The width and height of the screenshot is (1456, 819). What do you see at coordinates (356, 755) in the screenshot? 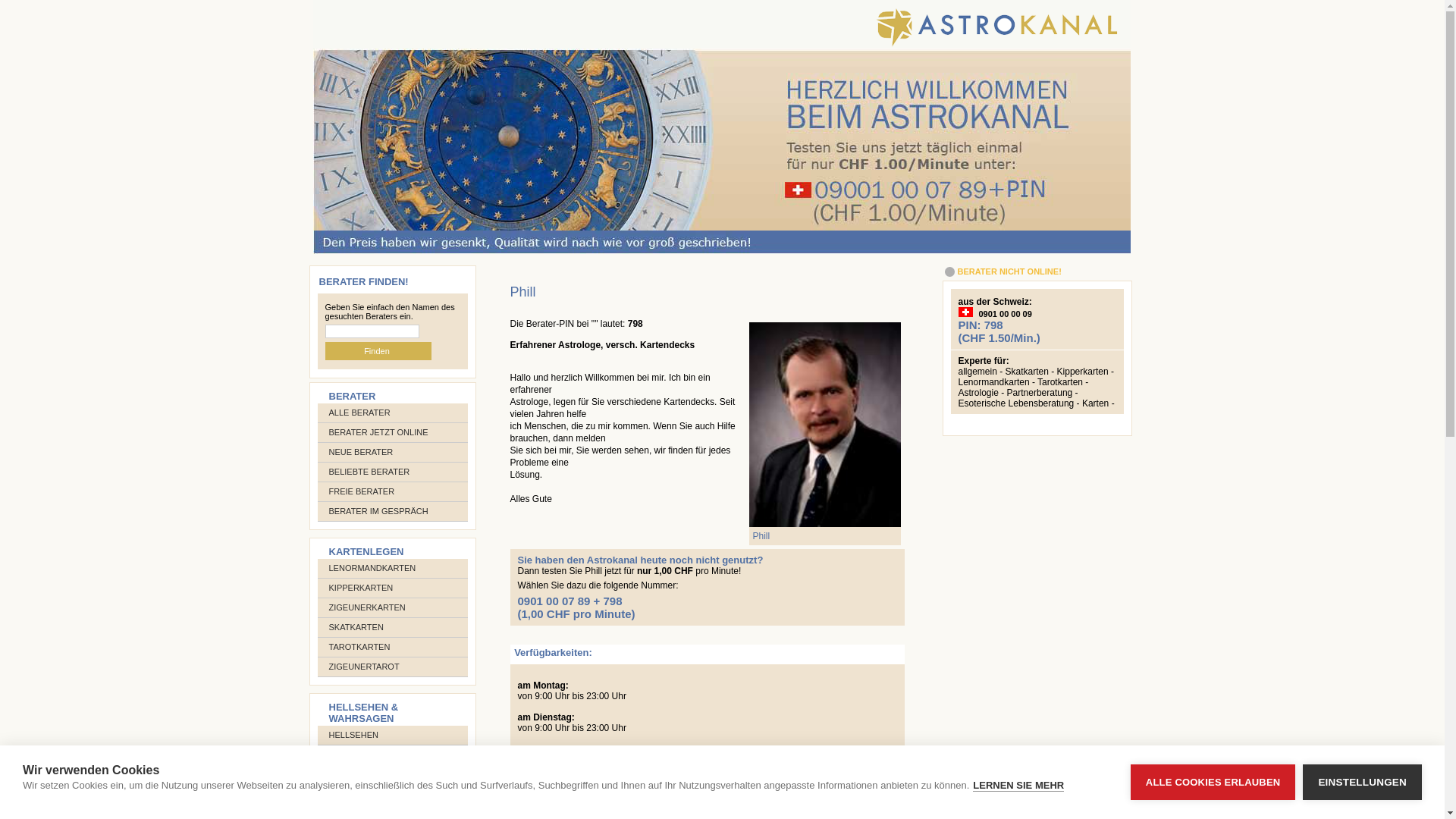
I see `'WAHRSAGEN'` at bounding box center [356, 755].